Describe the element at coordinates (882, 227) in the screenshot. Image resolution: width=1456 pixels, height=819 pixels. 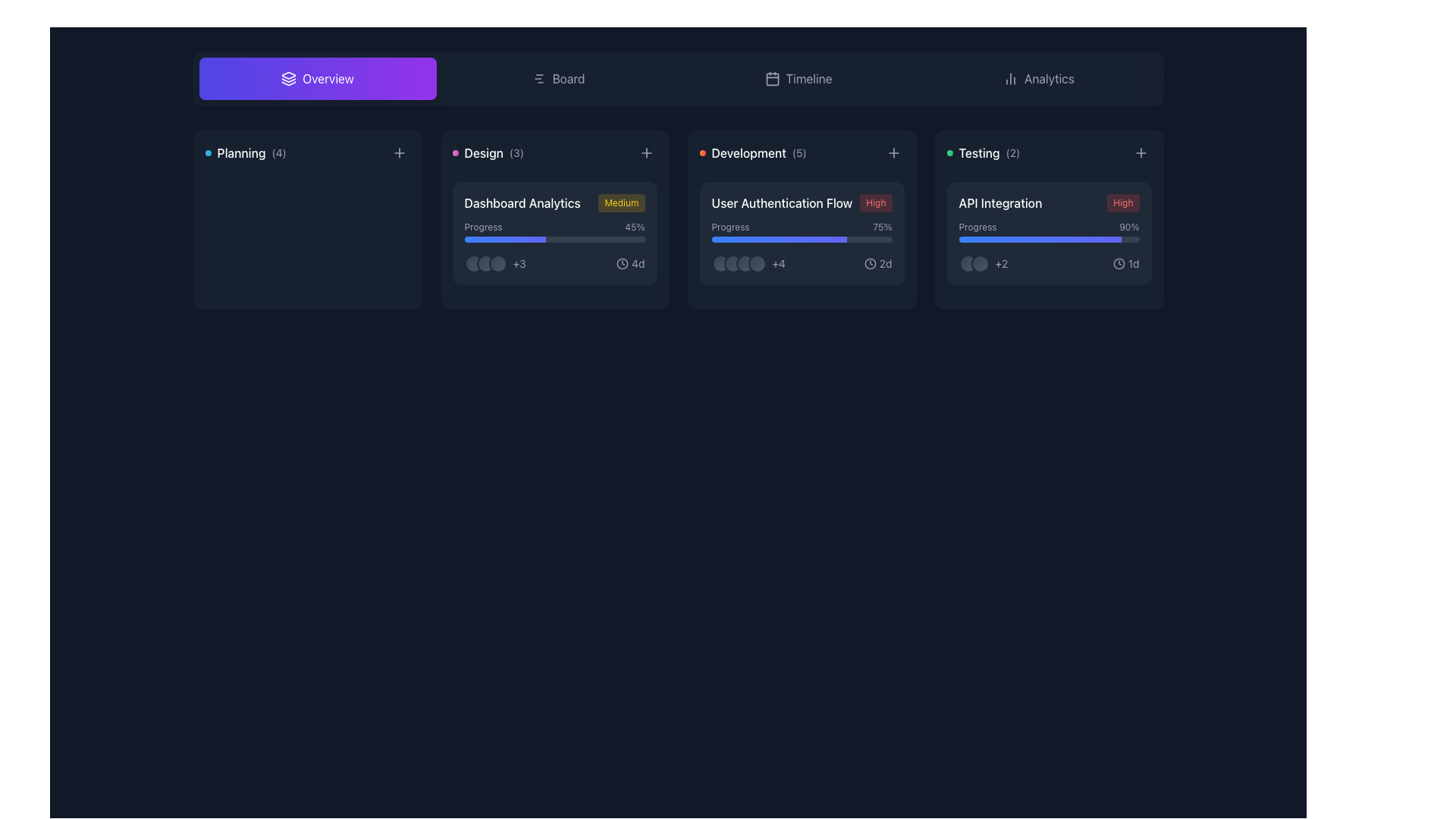
I see `value of the progress indicator label displaying '75%' located in the 'User Authentication Flow' card within the 'Development' section` at that location.